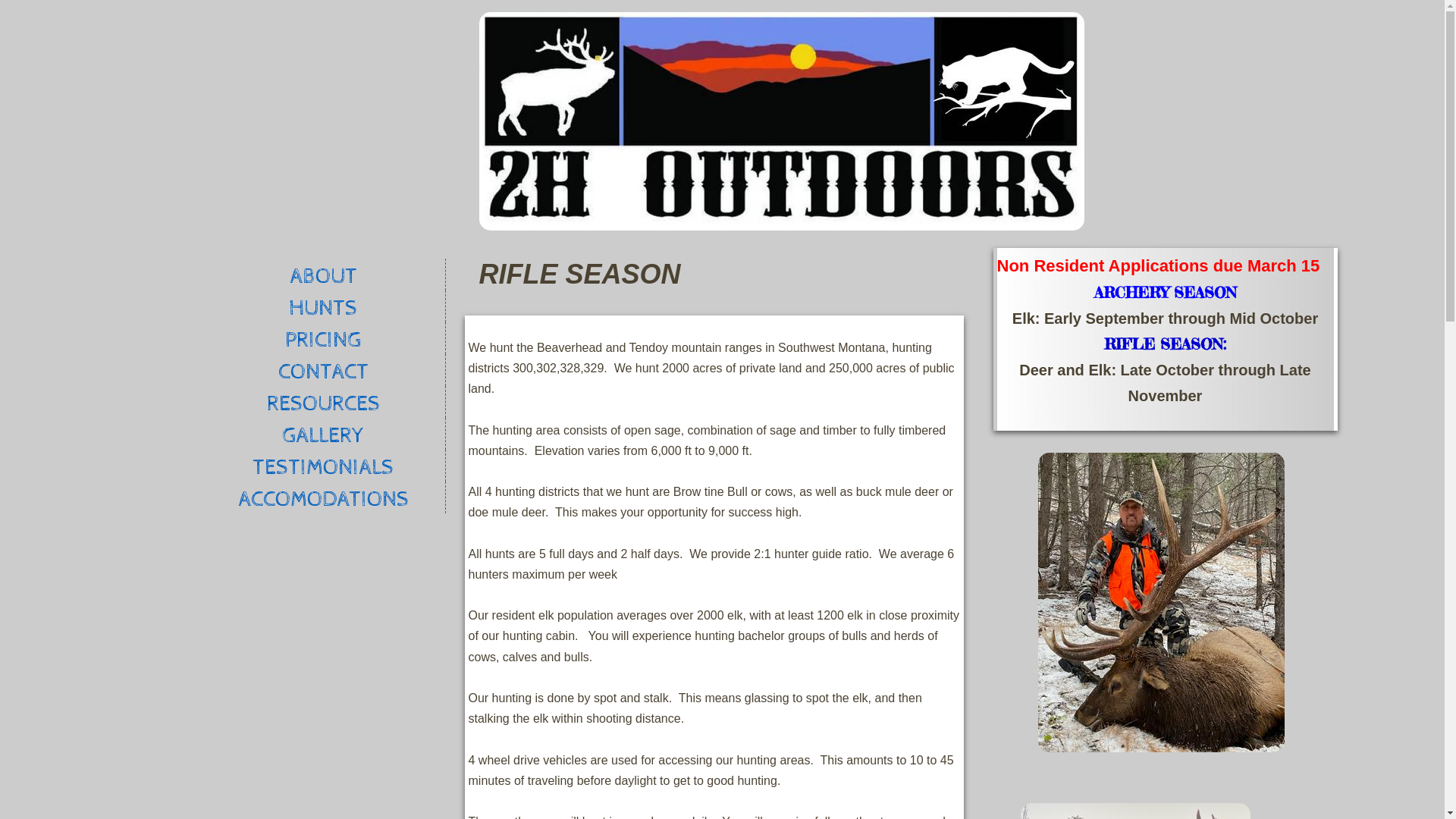 The width and height of the screenshot is (1456, 819). I want to click on 'CONTACT', so click(200, 370).